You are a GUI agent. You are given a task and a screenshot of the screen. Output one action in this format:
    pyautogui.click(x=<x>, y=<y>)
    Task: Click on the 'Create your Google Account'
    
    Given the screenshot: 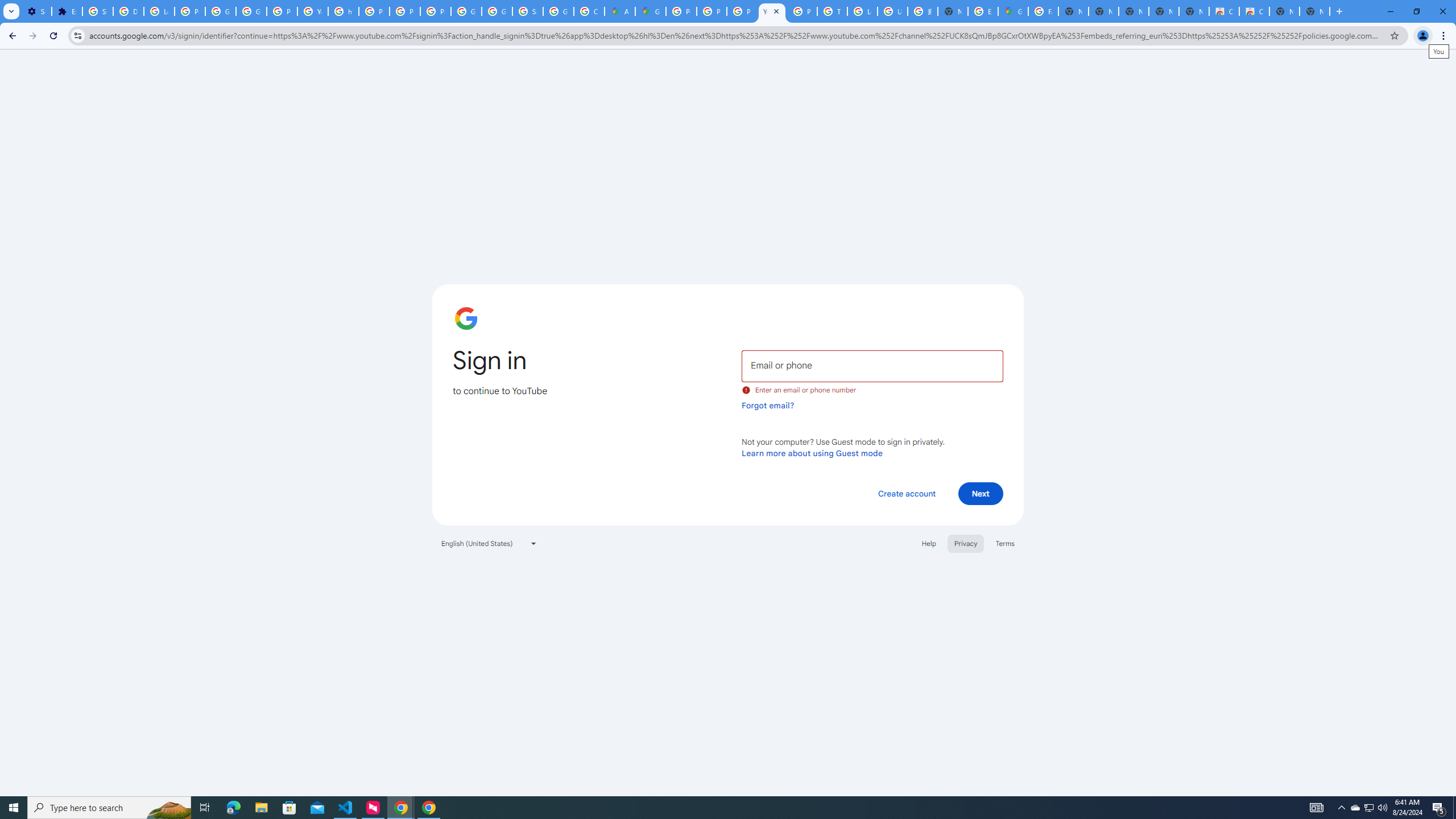 What is the action you would take?
    pyautogui.click(x=589, y=11)
    